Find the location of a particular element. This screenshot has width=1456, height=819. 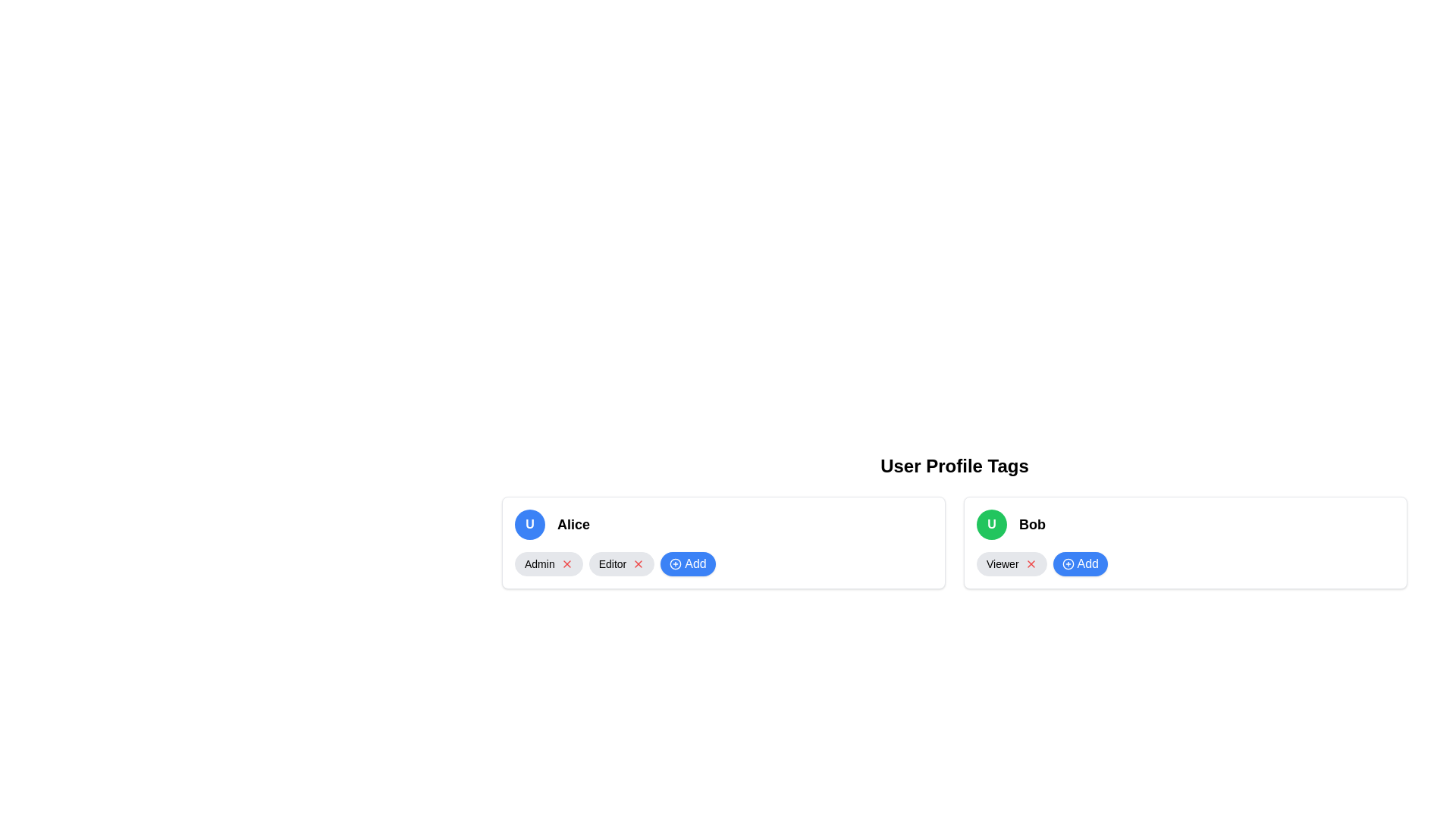

the red X button located in the tags section under the user profile of 'Alice' is located at coordinates (566, 564).